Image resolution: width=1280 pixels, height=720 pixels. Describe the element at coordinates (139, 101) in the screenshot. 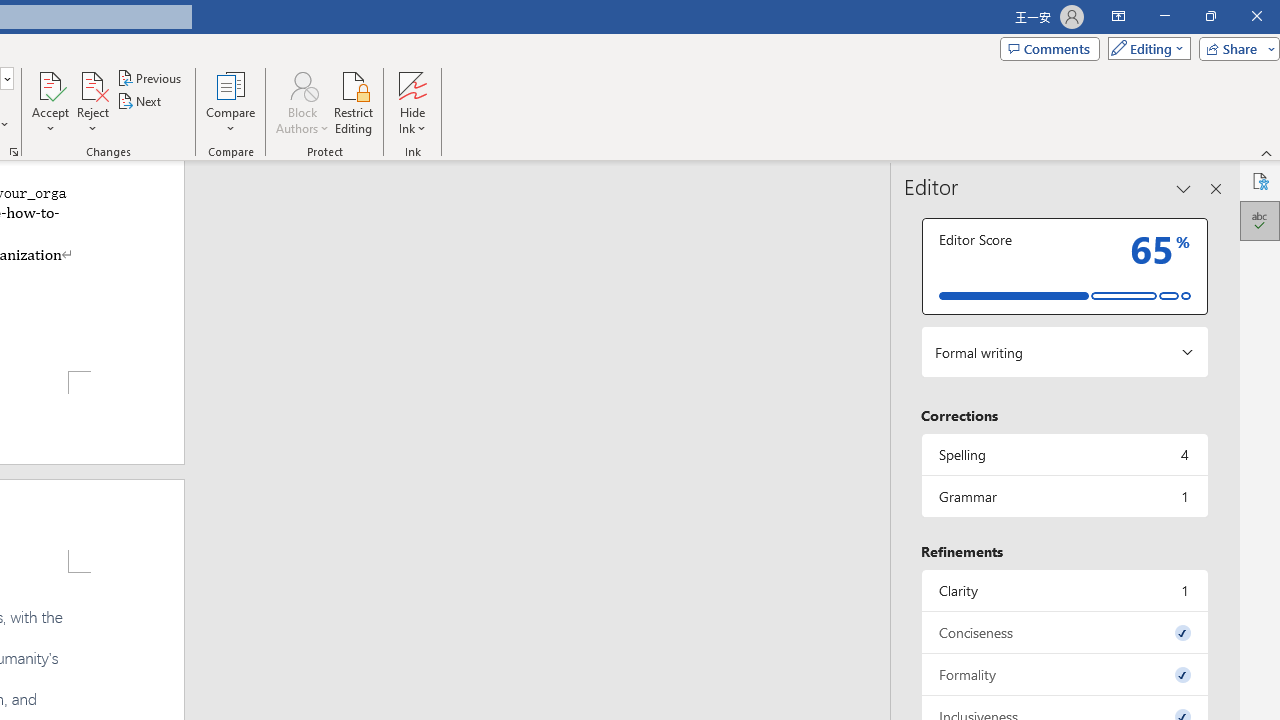

I see `'Next'` at that location.